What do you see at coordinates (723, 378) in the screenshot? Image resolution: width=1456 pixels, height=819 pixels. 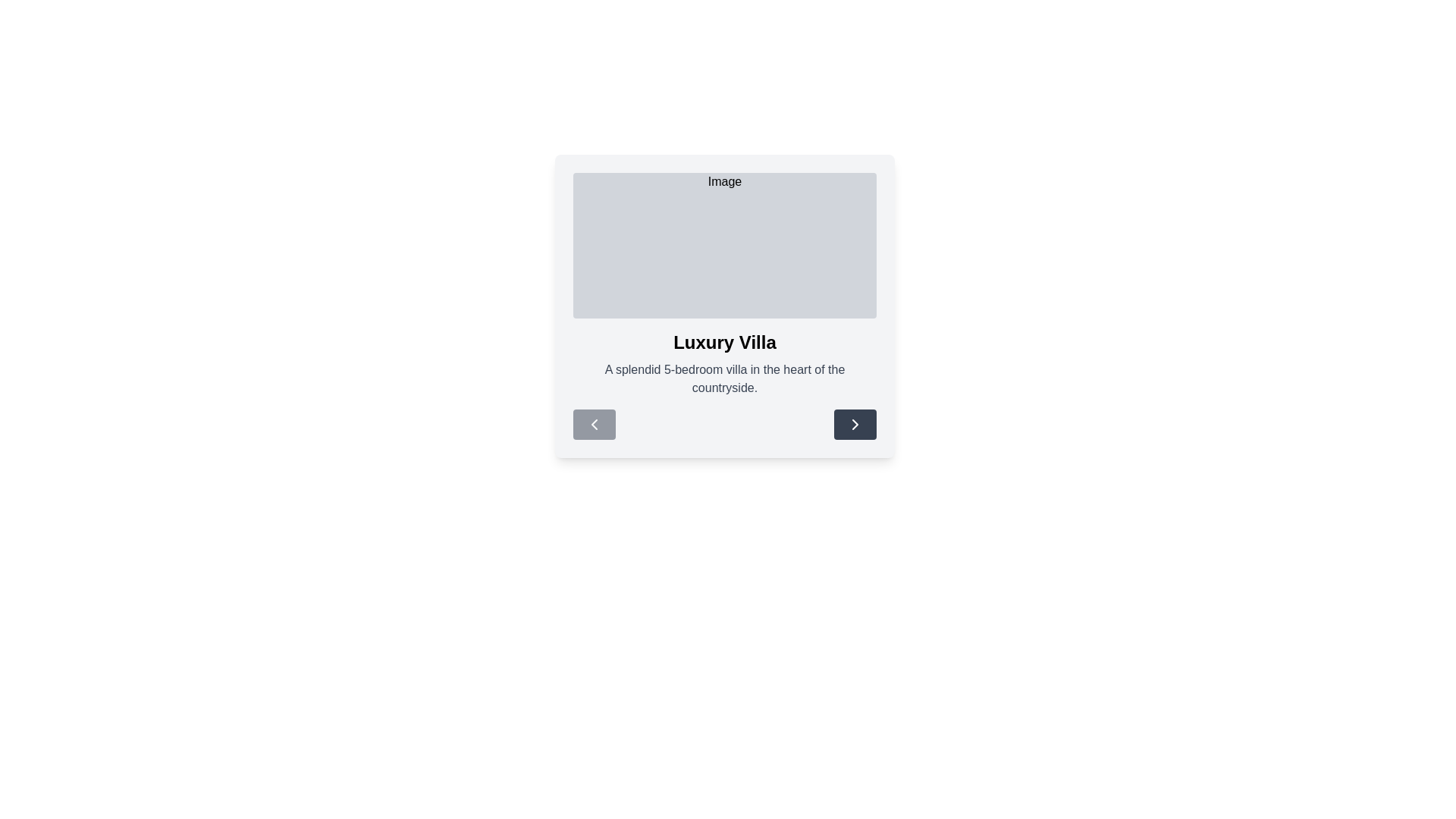 I see `the descriptive text block that displays information about the villa, located below the 'Luxury Villa' title and above the navigation buttons` at bounding box center [723, 378].